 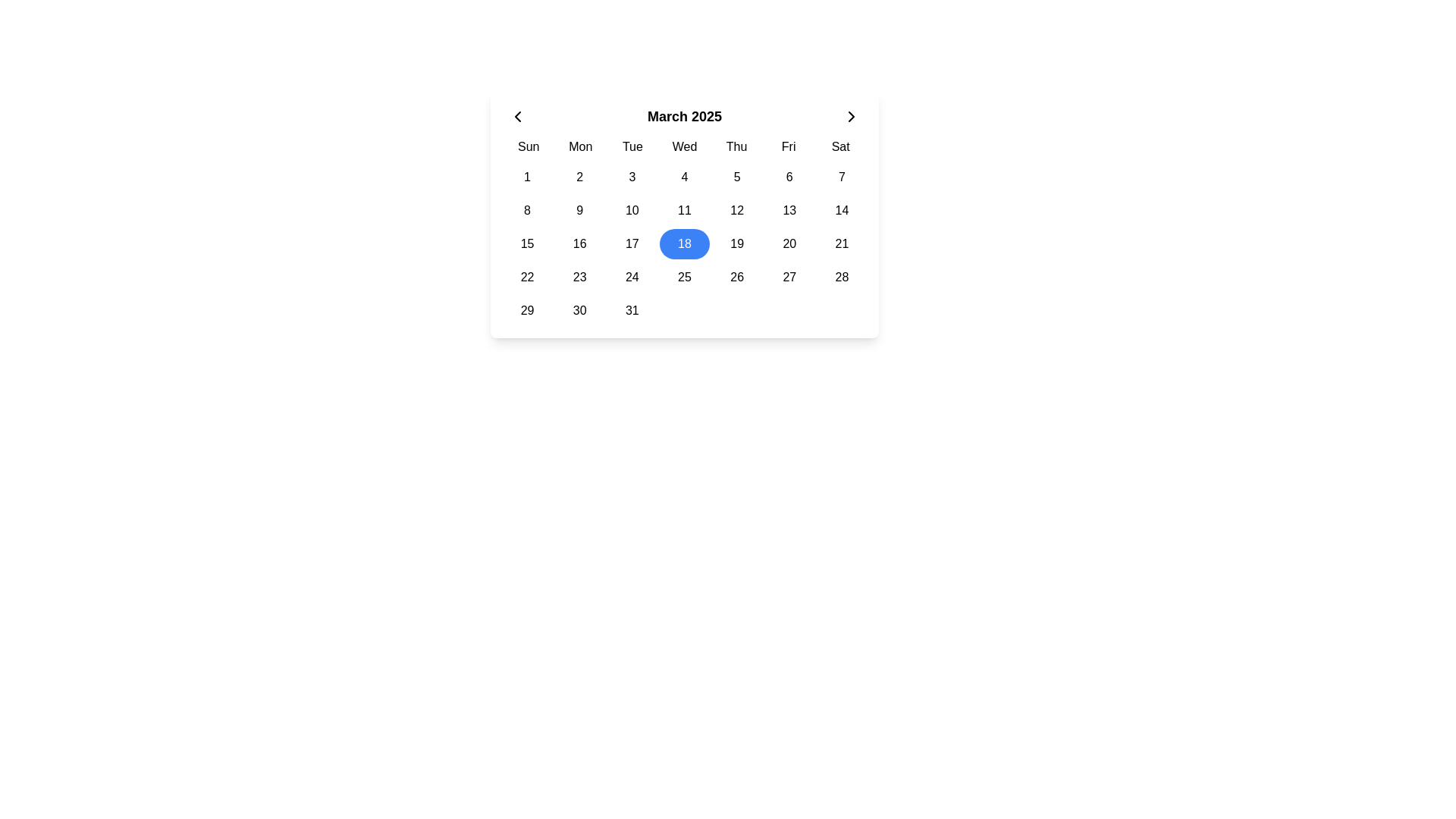 What do you see at coordinates (632, 146) in the screenshot?
I see `the text label indicating 'Tuesday' in the calendar header, which is the third item in the weekday list` at bounding box center [632, 146].